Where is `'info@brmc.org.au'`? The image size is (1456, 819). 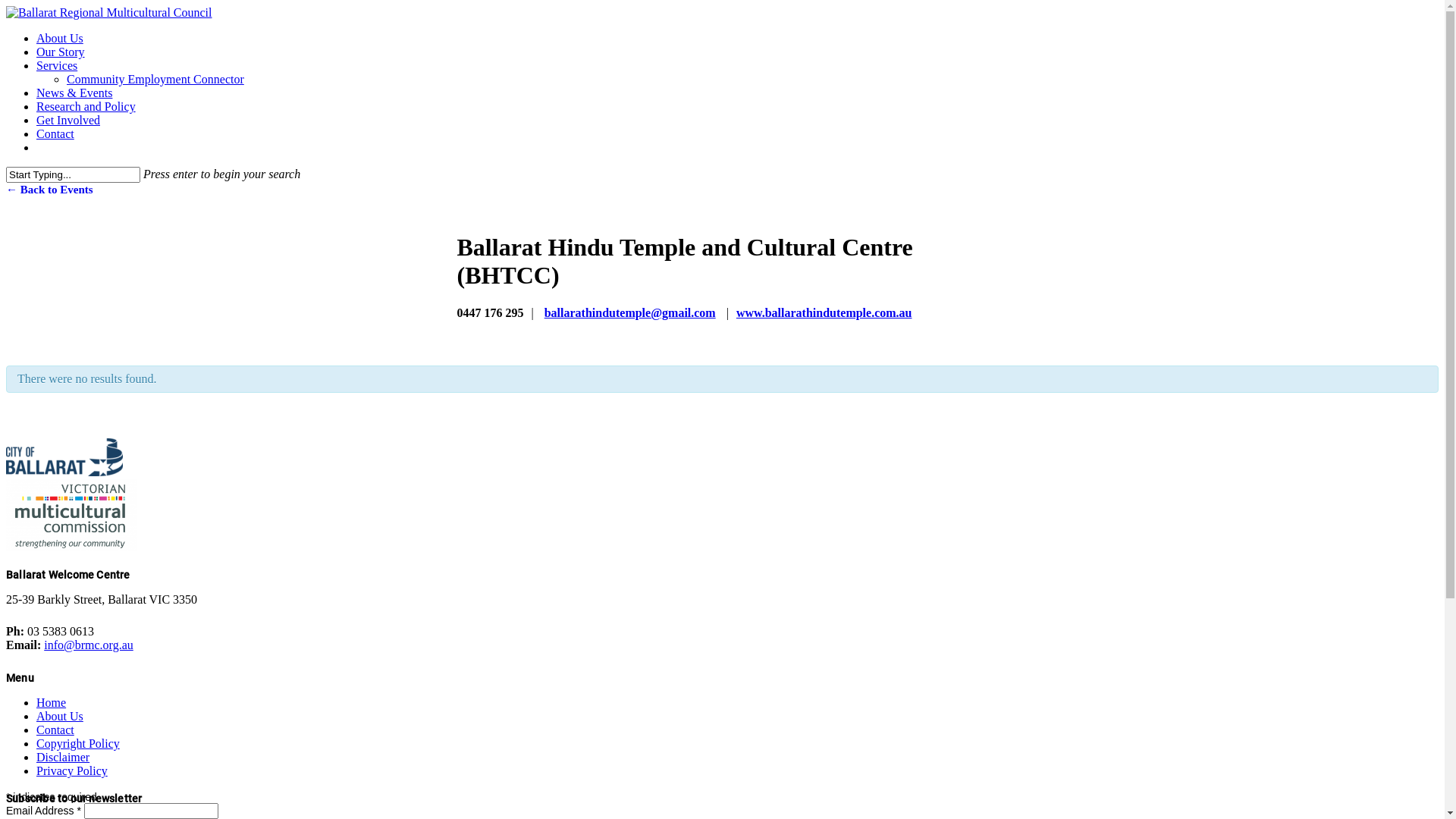
'info@brmc.org.au' is located at coordinates (87, 645).